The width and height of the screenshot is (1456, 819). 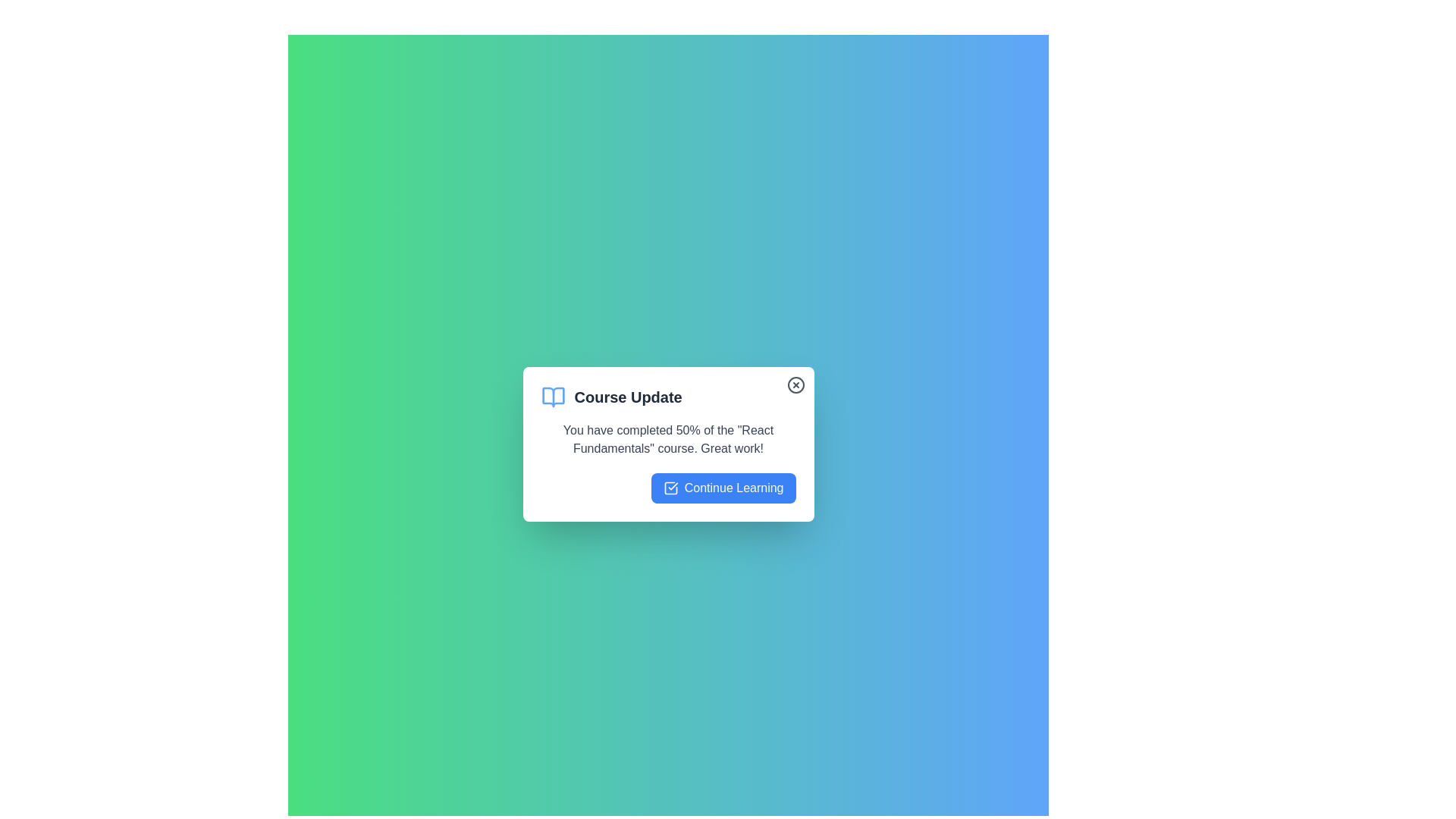 I want to click on the SVG checkbox icon with a checkmark located on the left side of the blue 'Continue Learning' button, so click(x=670, y=488).